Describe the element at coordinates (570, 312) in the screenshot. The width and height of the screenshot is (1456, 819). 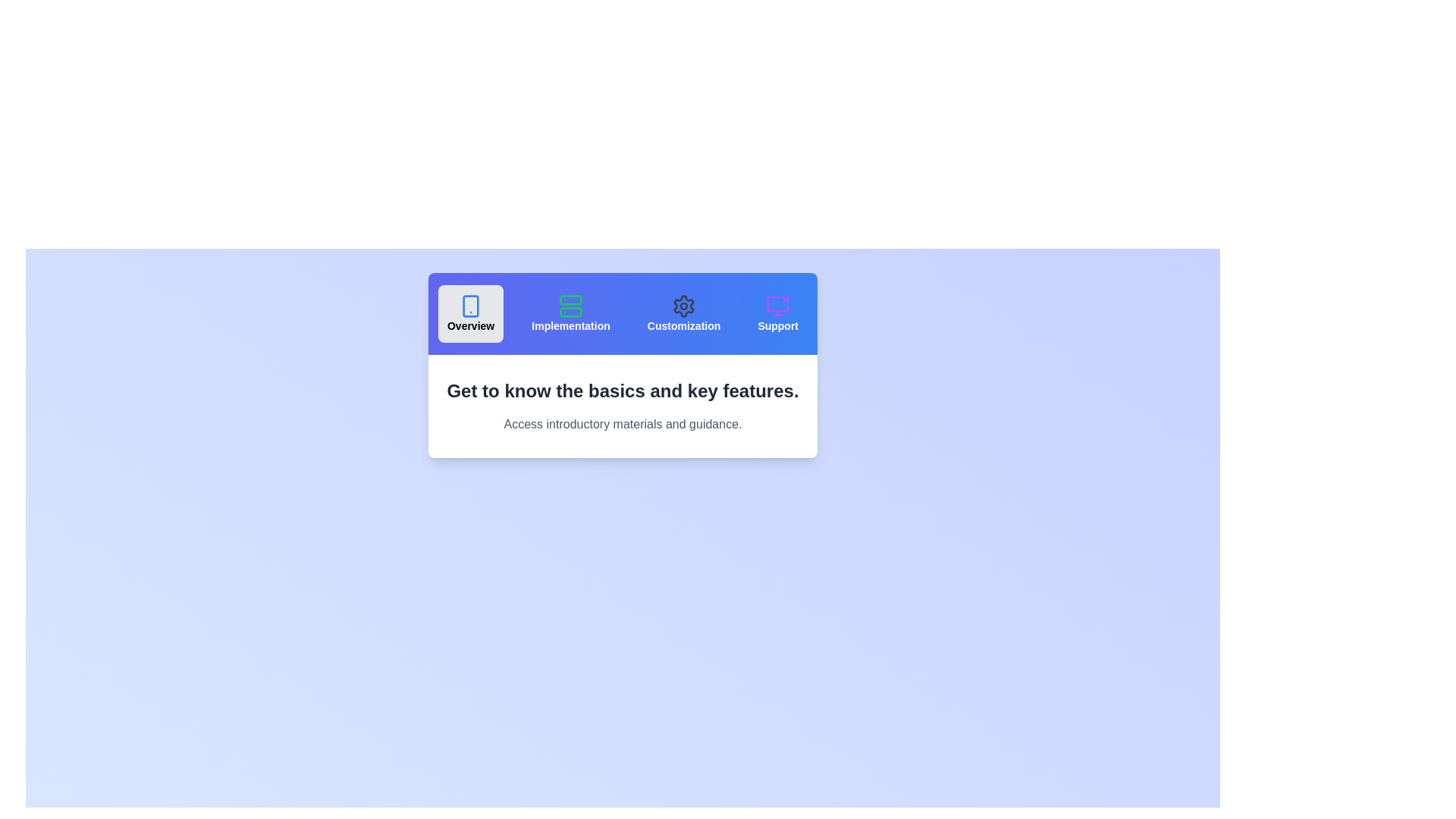
I see `the tab labeled Implementation` at that location.